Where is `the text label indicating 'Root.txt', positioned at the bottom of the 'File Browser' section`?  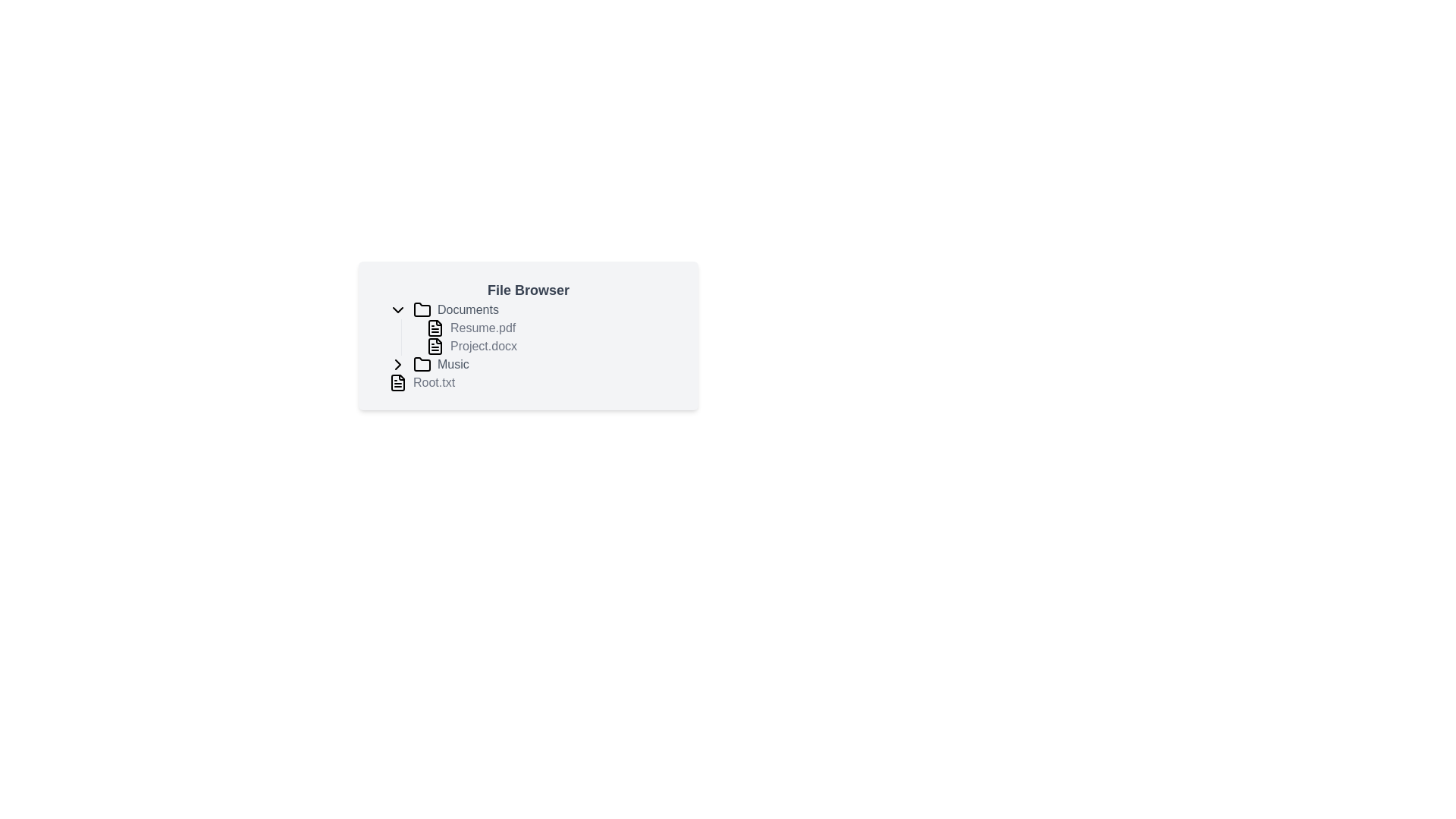 the text label indicating 'Root.txt', positioned at the bottom of the 'File Browser' section is located at coordinates (433, 382).